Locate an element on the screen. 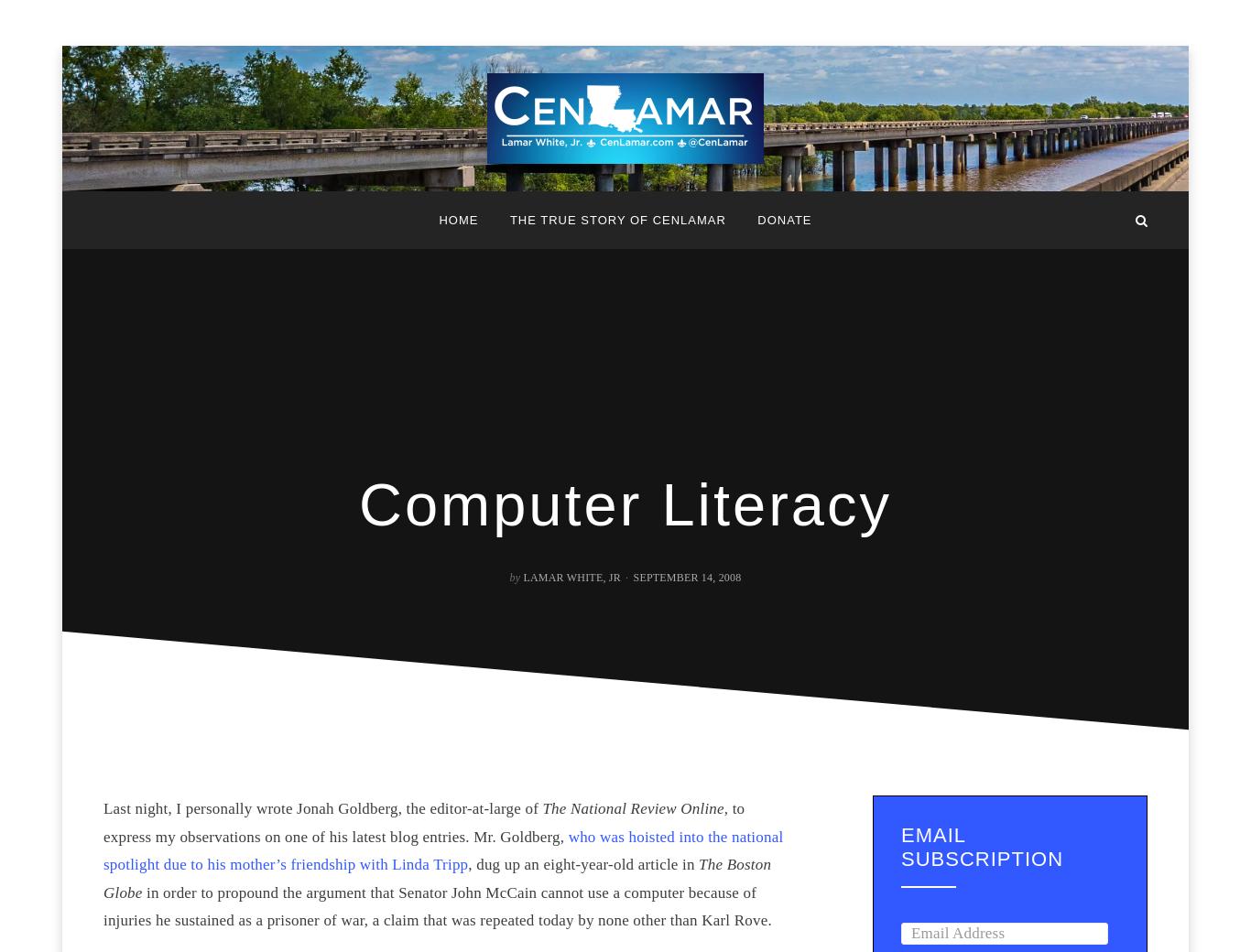 This screenshot has height=952, width=1251. ', dug up an eight-year-old article in' is located at coordinates (582, 864).